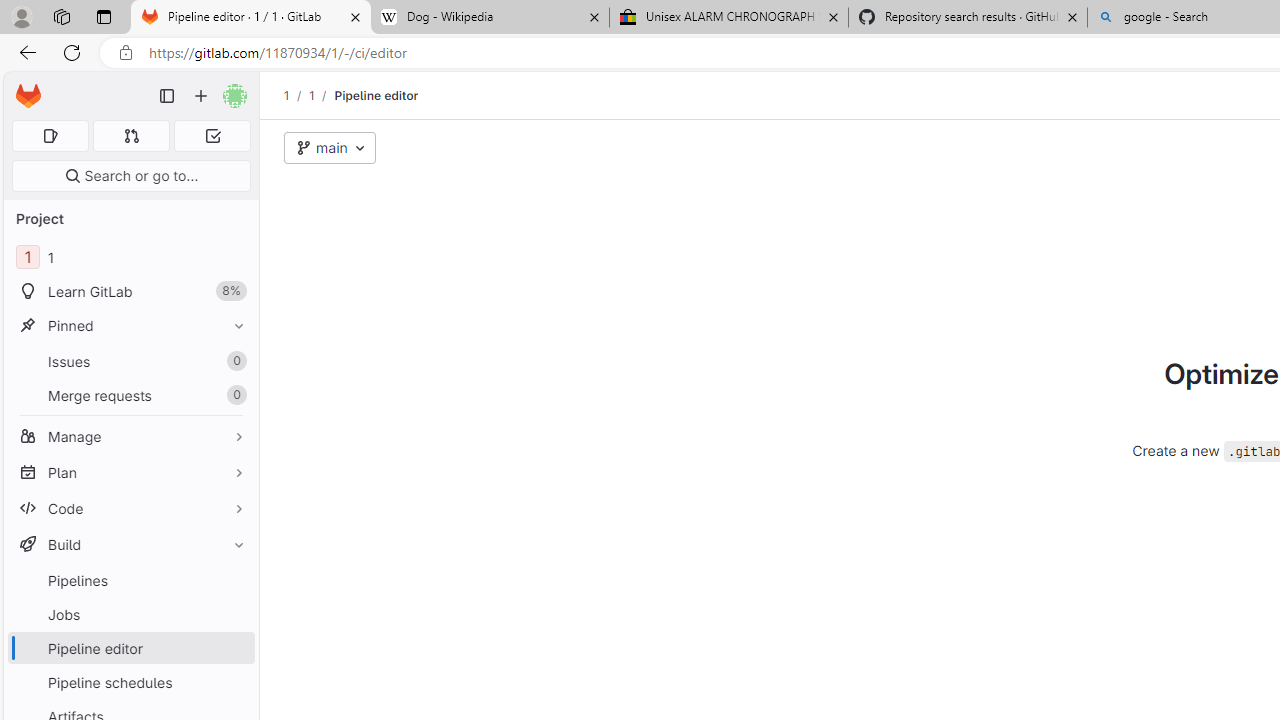 This screenshot has height=720, width=1280. I want to click on 'Jobs', so click(130, 613).